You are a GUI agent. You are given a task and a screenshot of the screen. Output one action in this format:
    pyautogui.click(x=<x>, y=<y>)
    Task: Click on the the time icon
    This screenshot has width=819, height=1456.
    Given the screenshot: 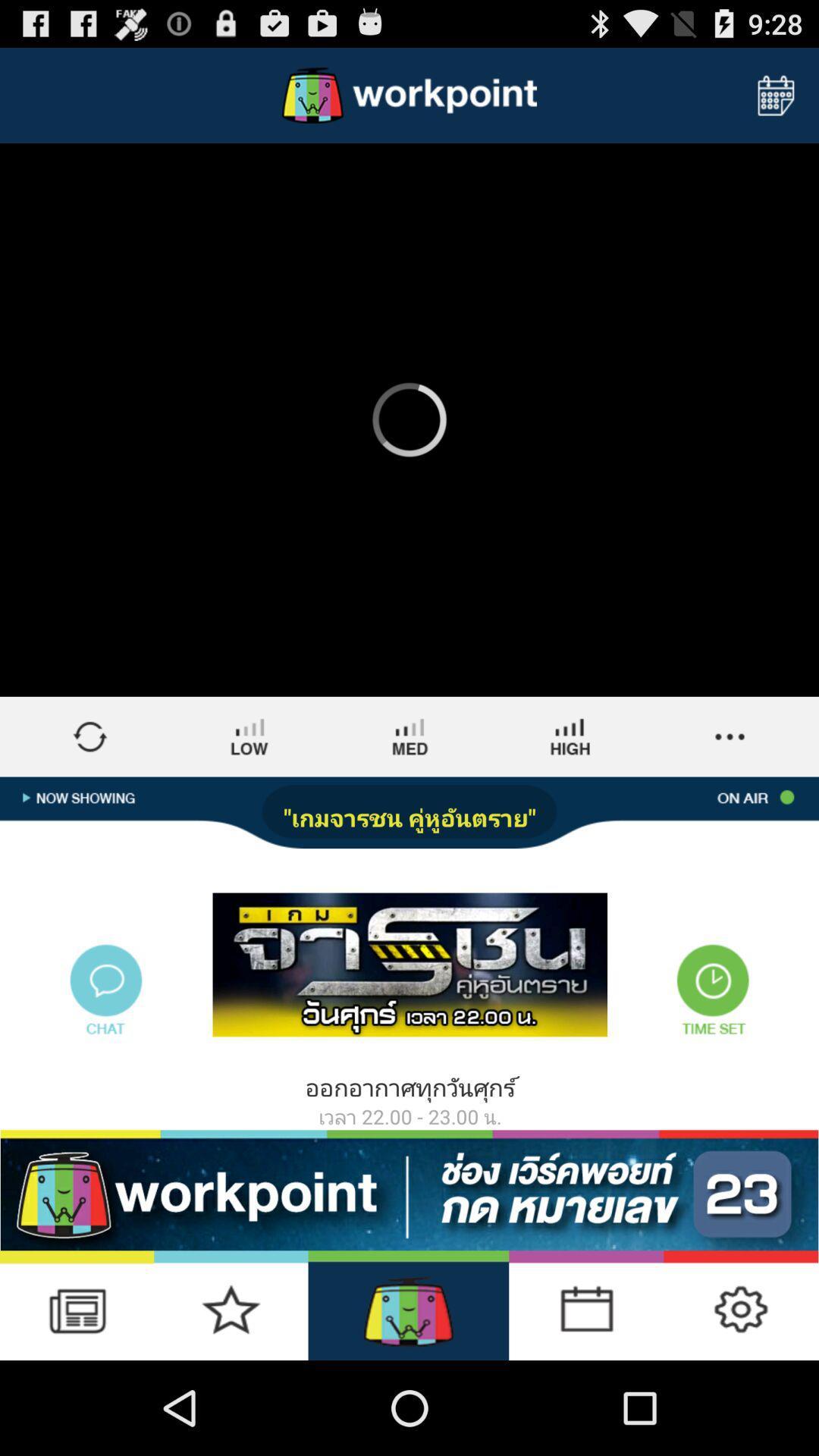 What is the action you would take?
    pyautogui.click(x=713, y=1058)
    